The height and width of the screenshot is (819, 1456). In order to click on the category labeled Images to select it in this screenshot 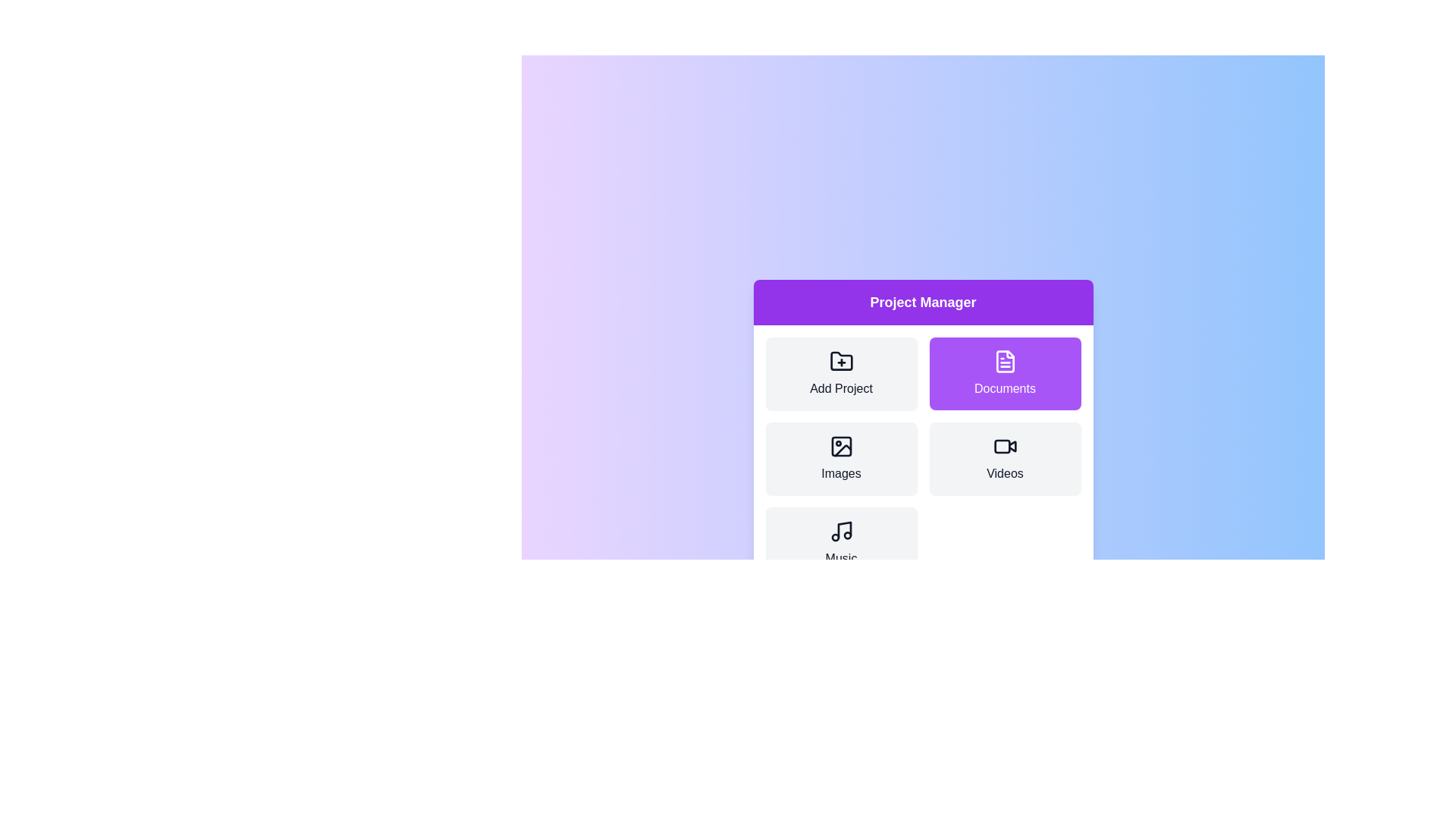, I will do `click(840, 458)`.